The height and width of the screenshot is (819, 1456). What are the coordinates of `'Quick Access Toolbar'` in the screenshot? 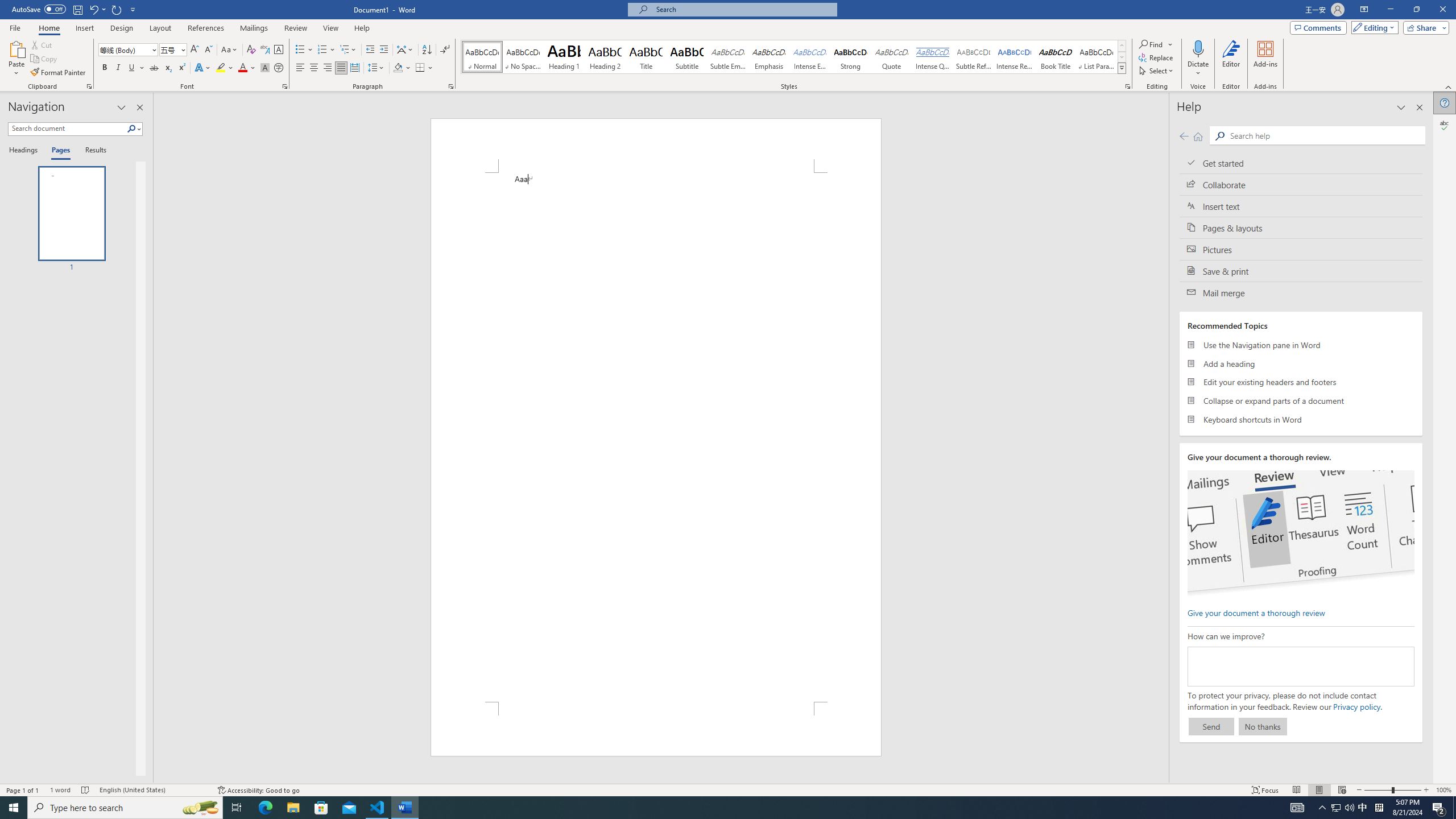 It's located at (74, 9).